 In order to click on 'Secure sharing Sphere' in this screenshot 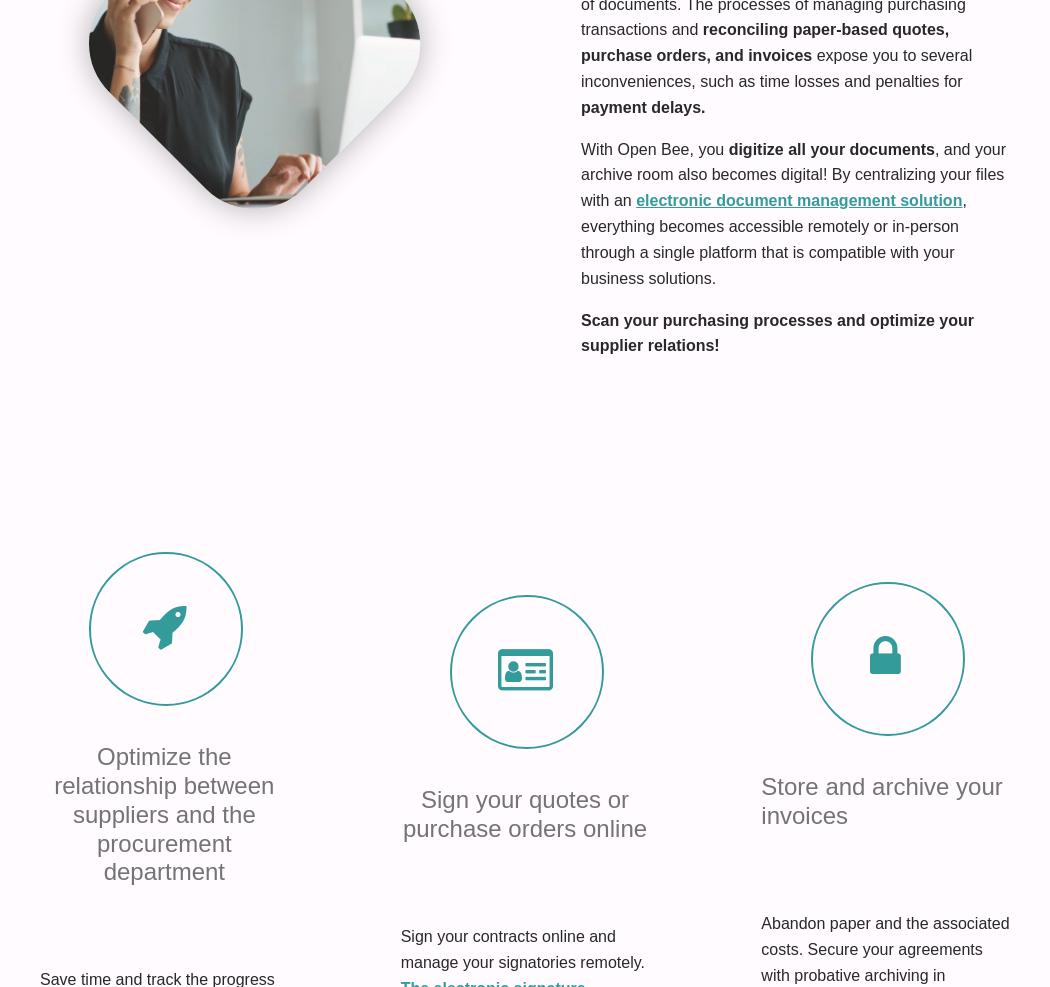, I will do `click(103, 726)`.